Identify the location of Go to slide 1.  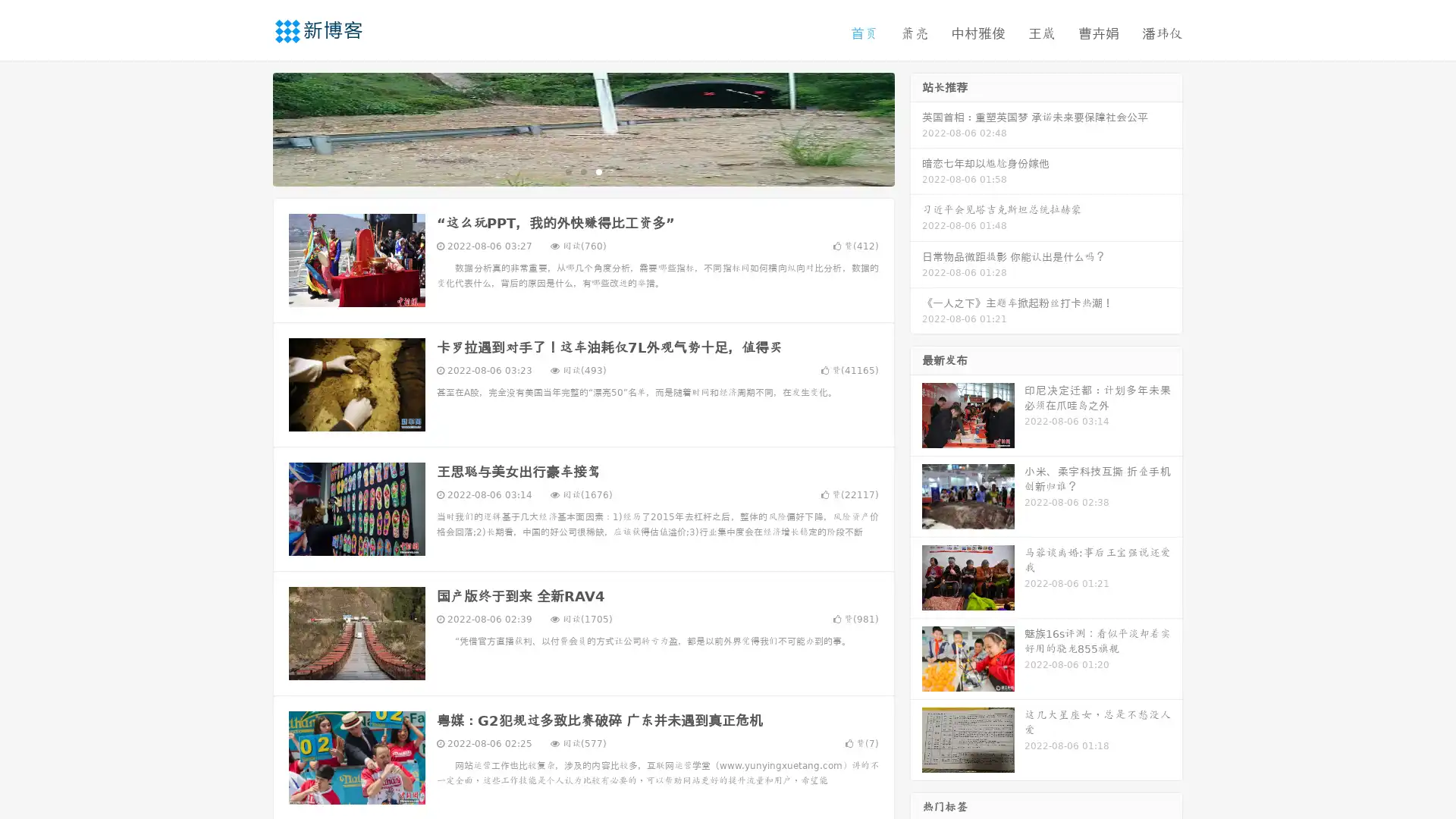
(567, 171).